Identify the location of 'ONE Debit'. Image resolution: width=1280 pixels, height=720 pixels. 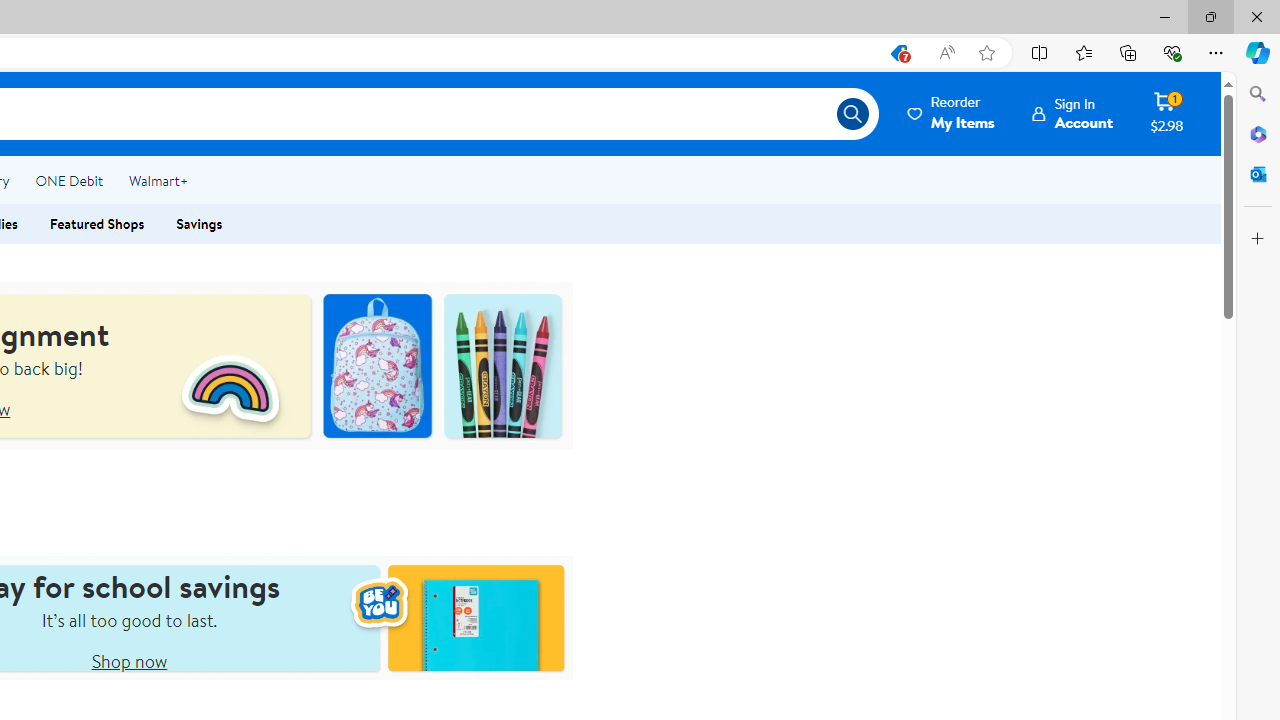
(69, 181).